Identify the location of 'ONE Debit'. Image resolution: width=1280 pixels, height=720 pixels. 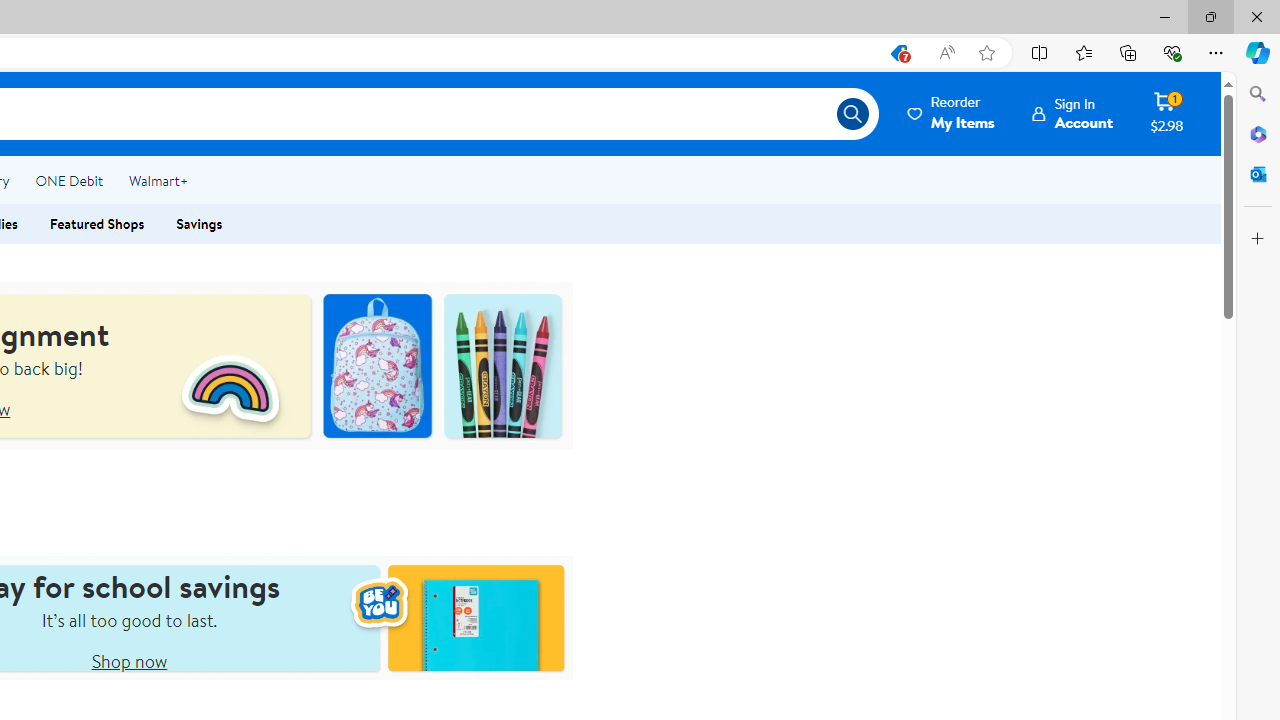
(69, 181).